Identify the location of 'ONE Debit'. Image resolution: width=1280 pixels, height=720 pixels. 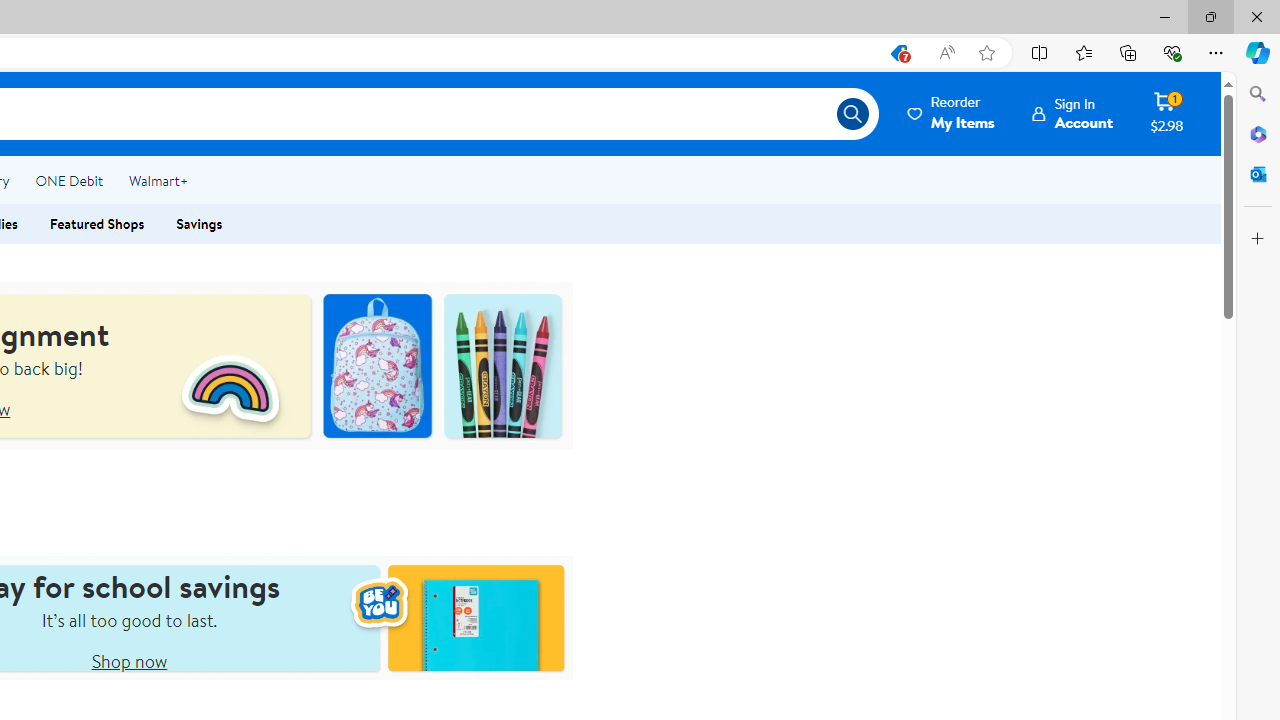
(69, 181).